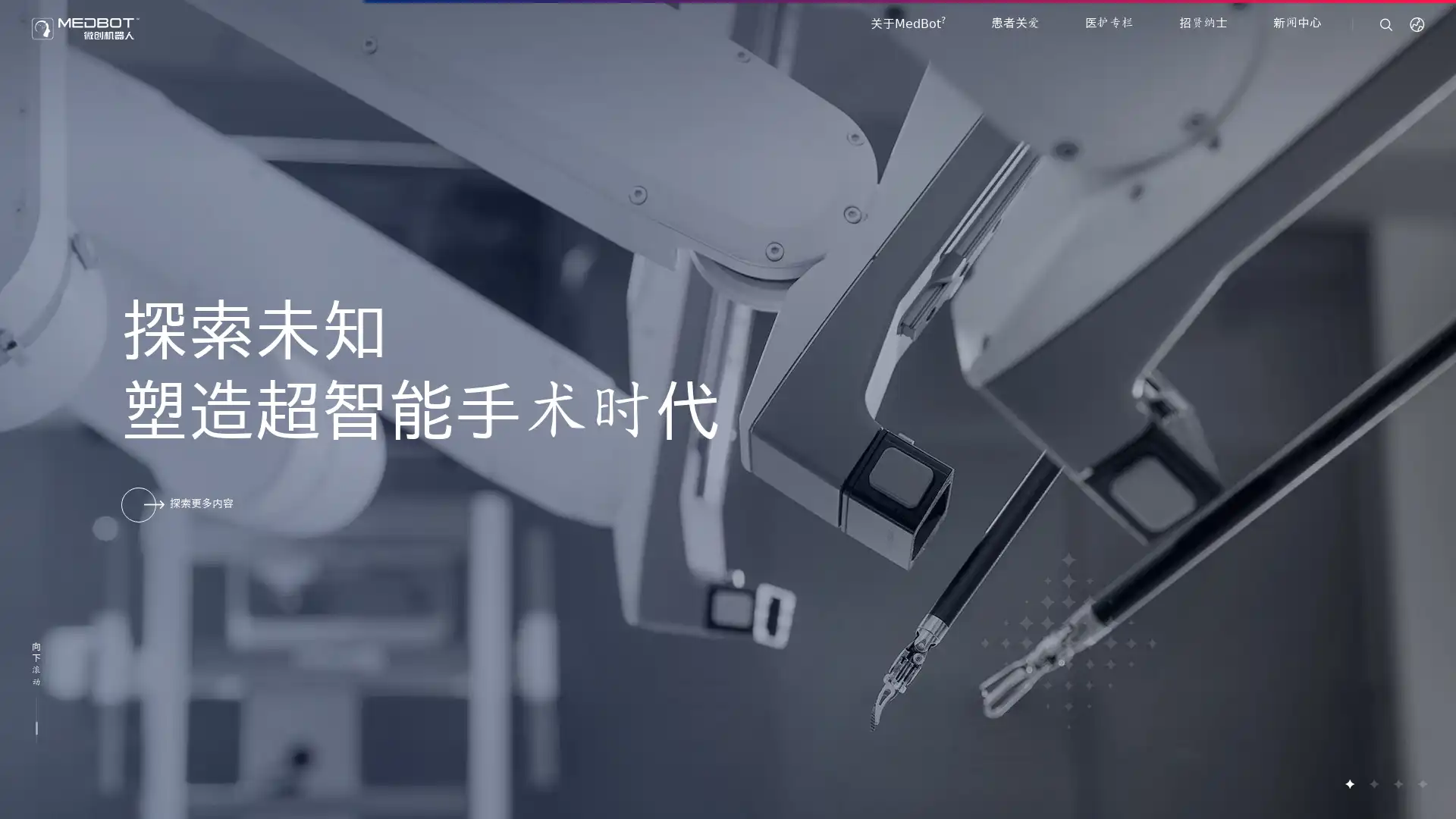  I want to click on Go to slide 2, so click(1373, 783).